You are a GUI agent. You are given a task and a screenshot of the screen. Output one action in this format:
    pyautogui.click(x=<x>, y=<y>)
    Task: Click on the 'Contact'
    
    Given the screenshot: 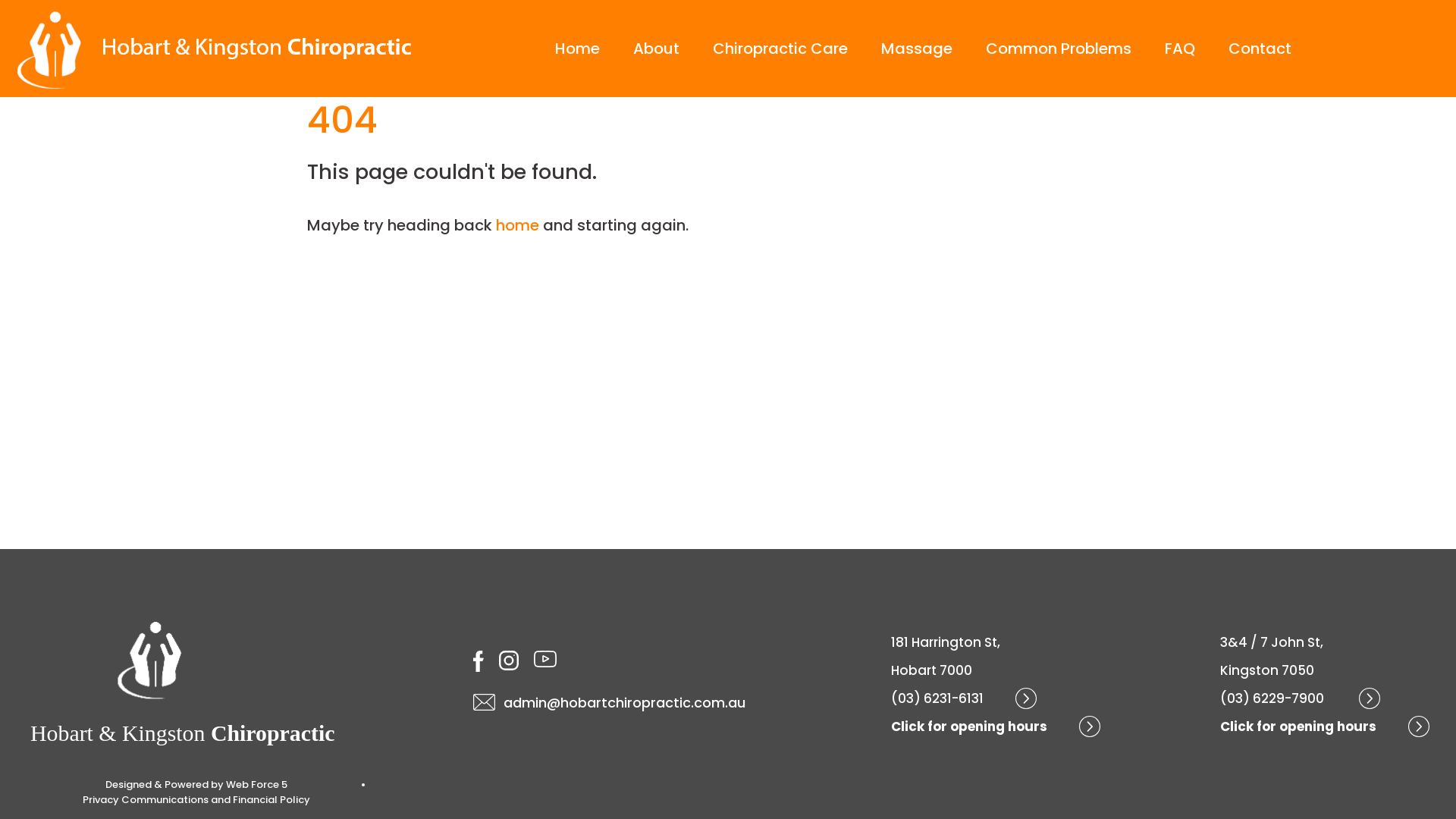 What is the action you would take?
    pyautogui.click(x=1260, y=48)
    